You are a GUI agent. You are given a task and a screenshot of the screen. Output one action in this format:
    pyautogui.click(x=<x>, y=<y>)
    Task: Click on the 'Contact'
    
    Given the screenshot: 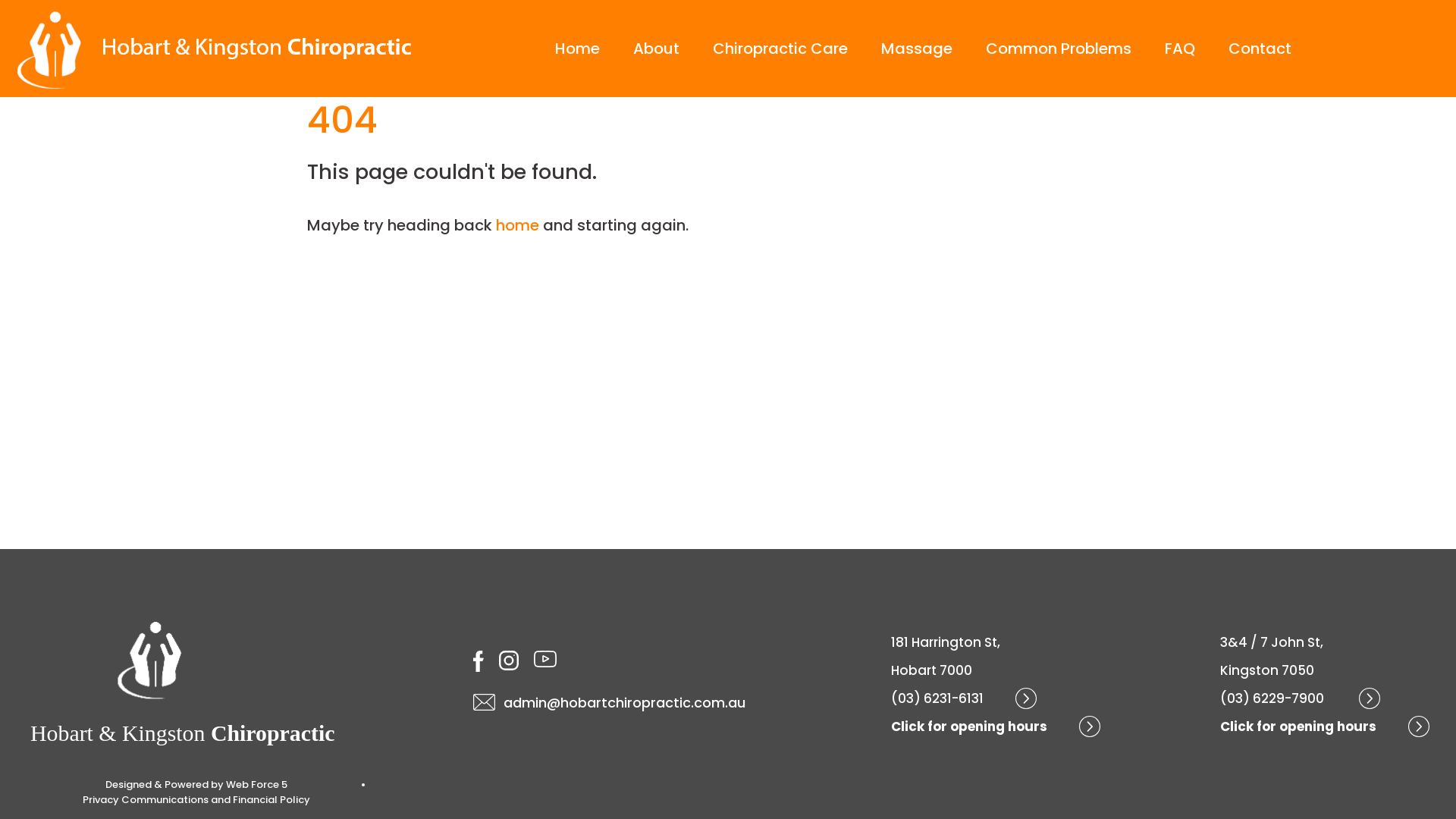 What is the action you would take?
    pyautogui.click(x=1260, y=48)
    